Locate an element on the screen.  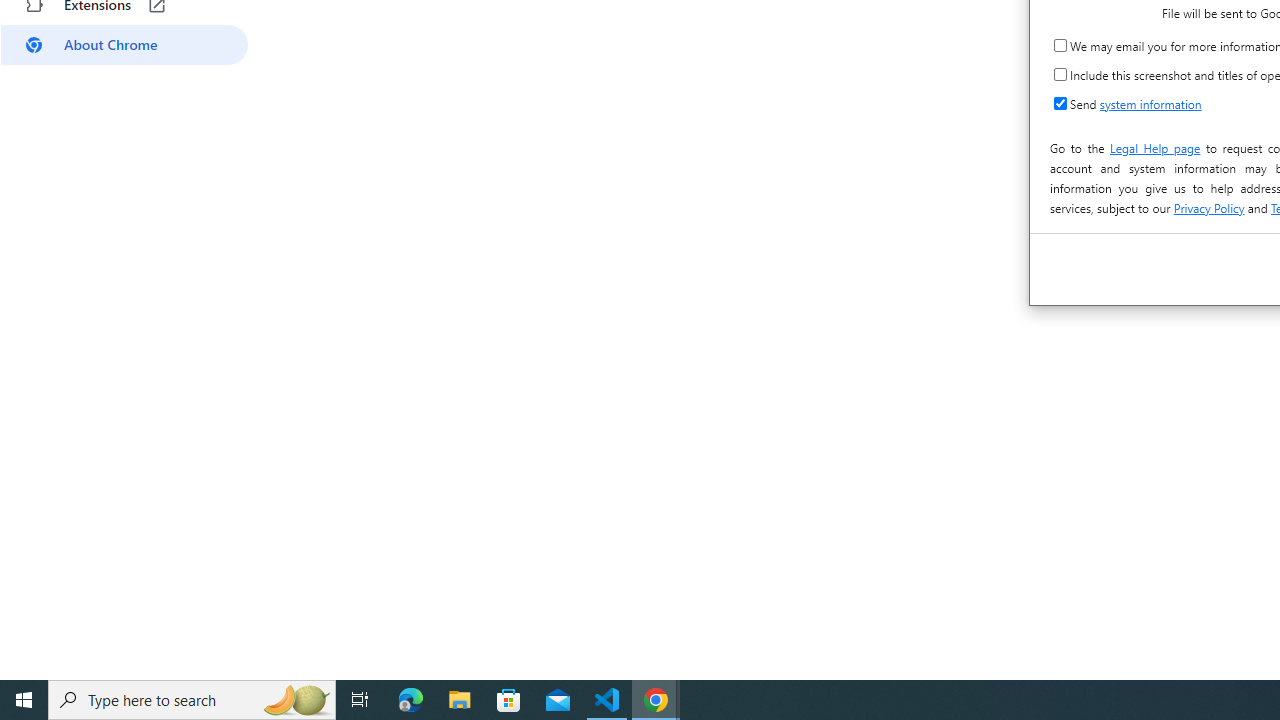
'Start' is located at coordinates (24, 698).